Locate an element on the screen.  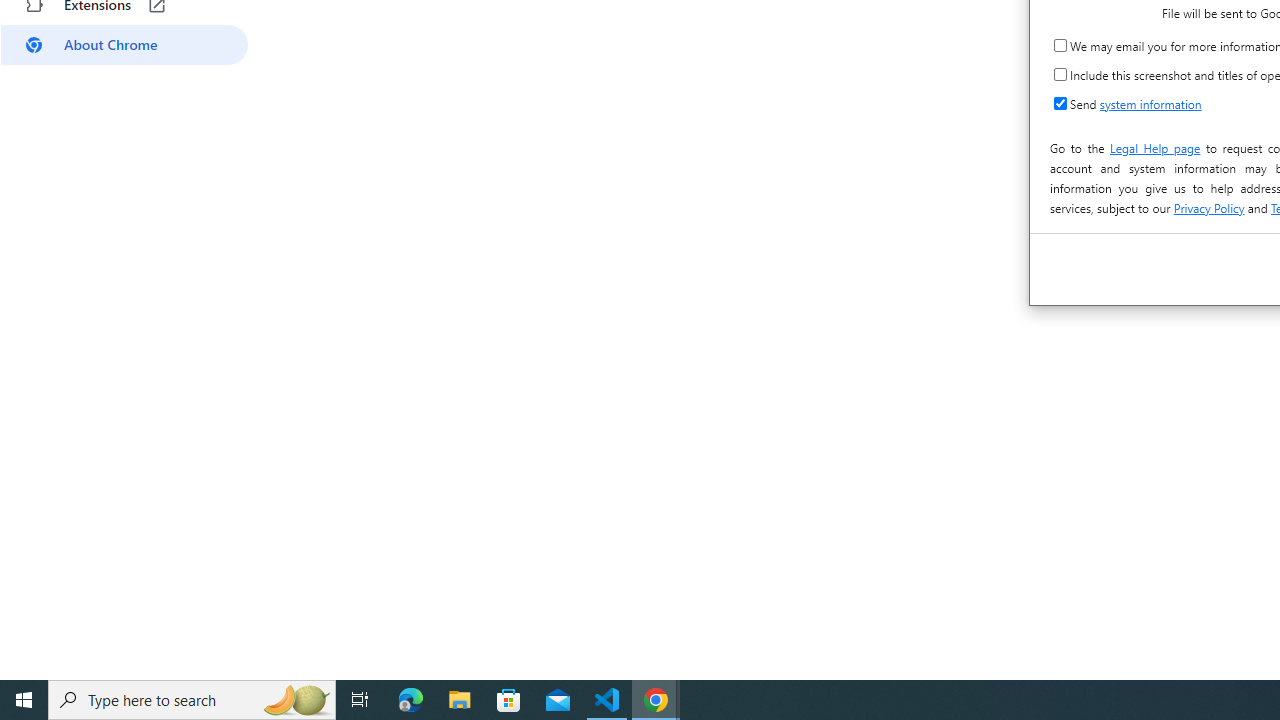
'Start' is located at coordinates (24, 698).